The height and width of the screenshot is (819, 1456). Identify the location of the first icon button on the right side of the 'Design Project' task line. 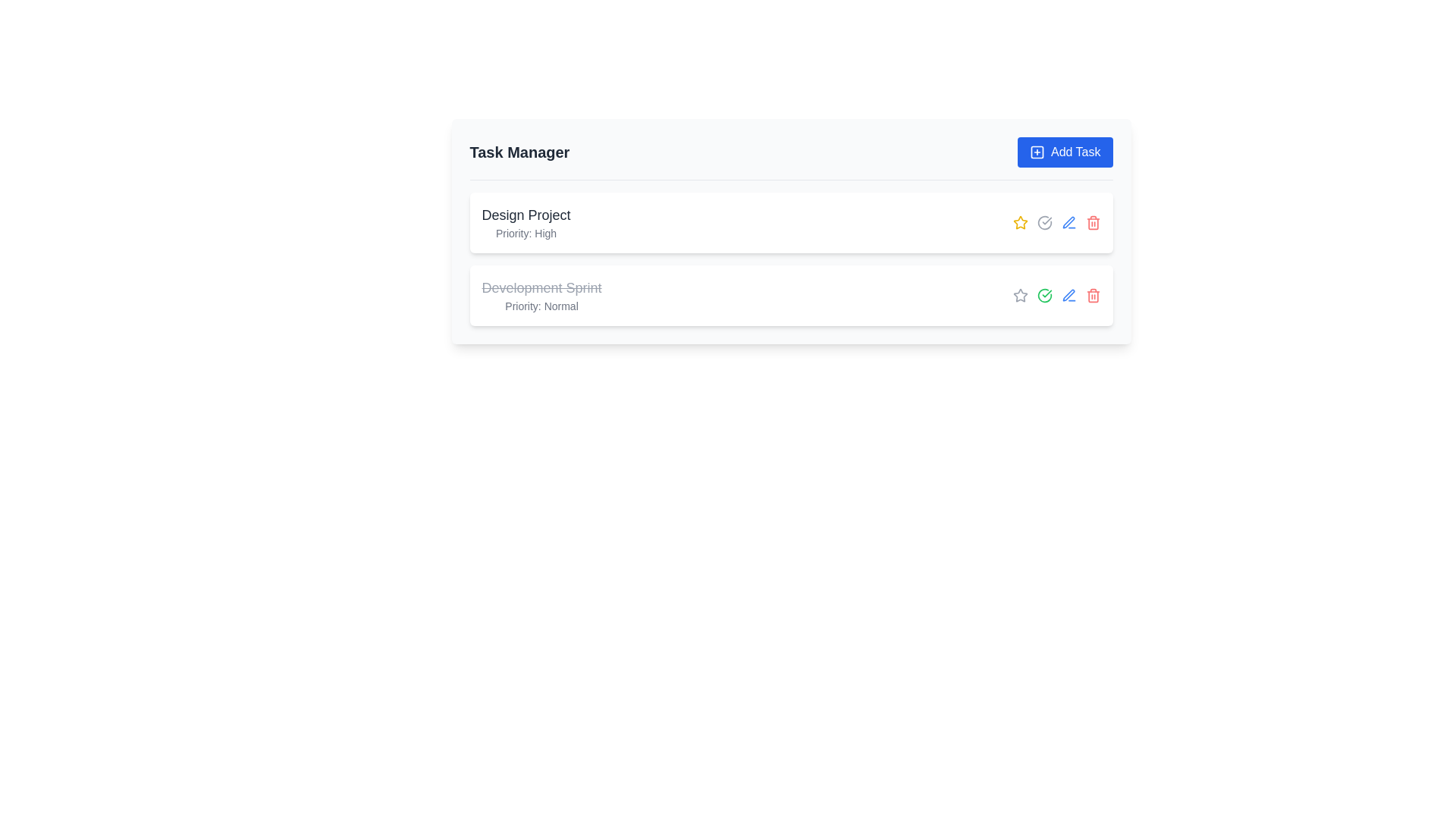
(1020, 295).